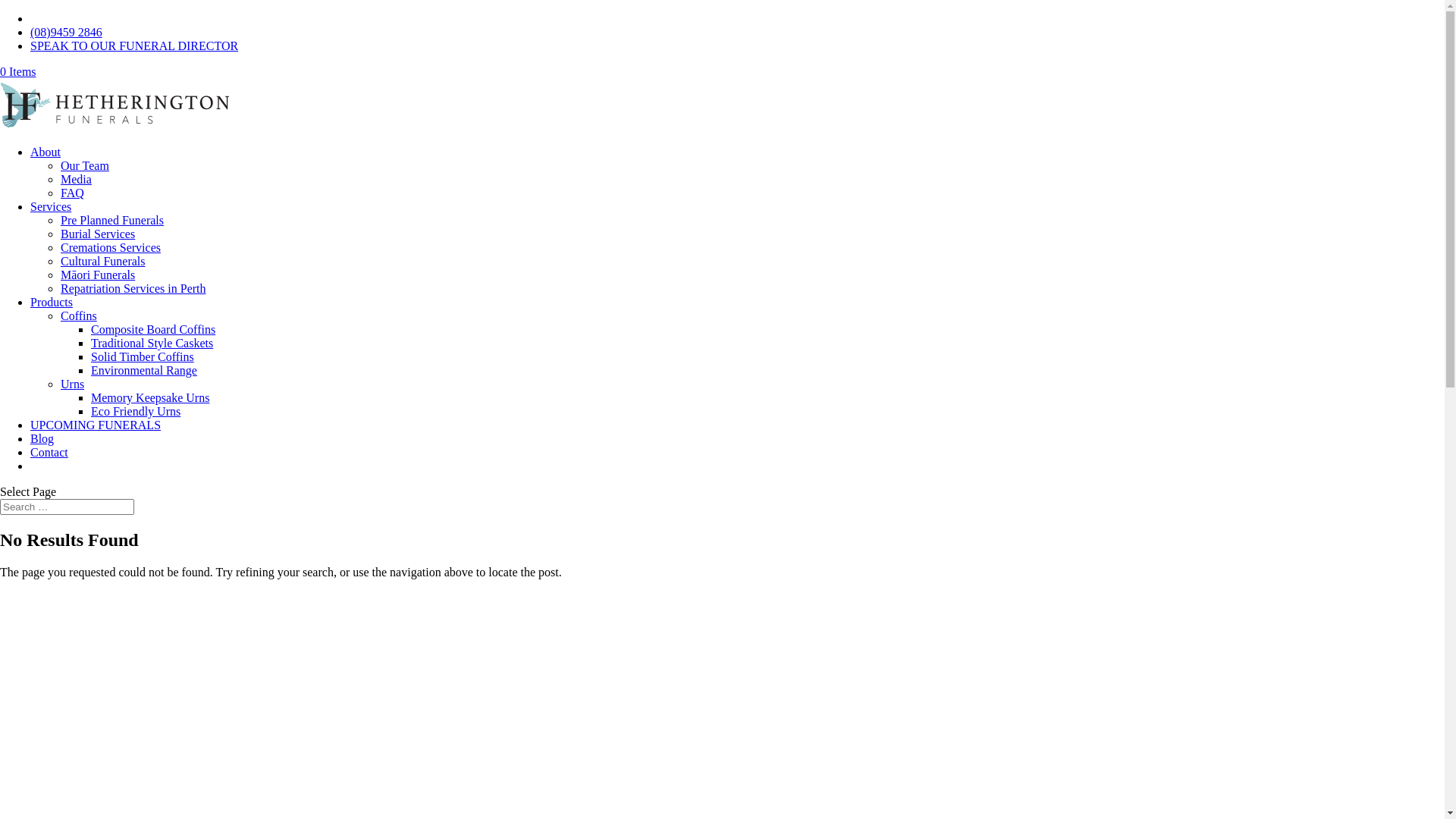 This screenshot has height=819, width=1456. I want to click on 'FAQ', so click(71, 192).